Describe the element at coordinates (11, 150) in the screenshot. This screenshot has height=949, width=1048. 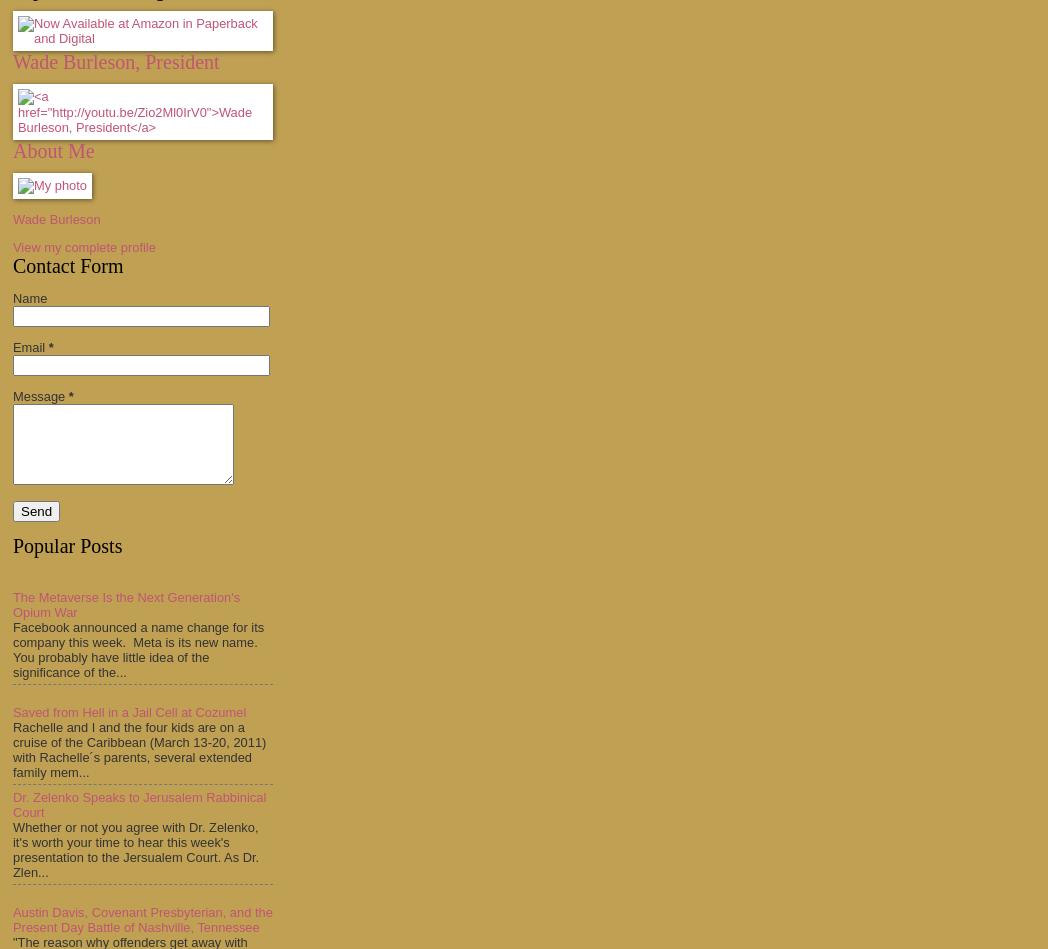
I see `'About Me'` at that location.